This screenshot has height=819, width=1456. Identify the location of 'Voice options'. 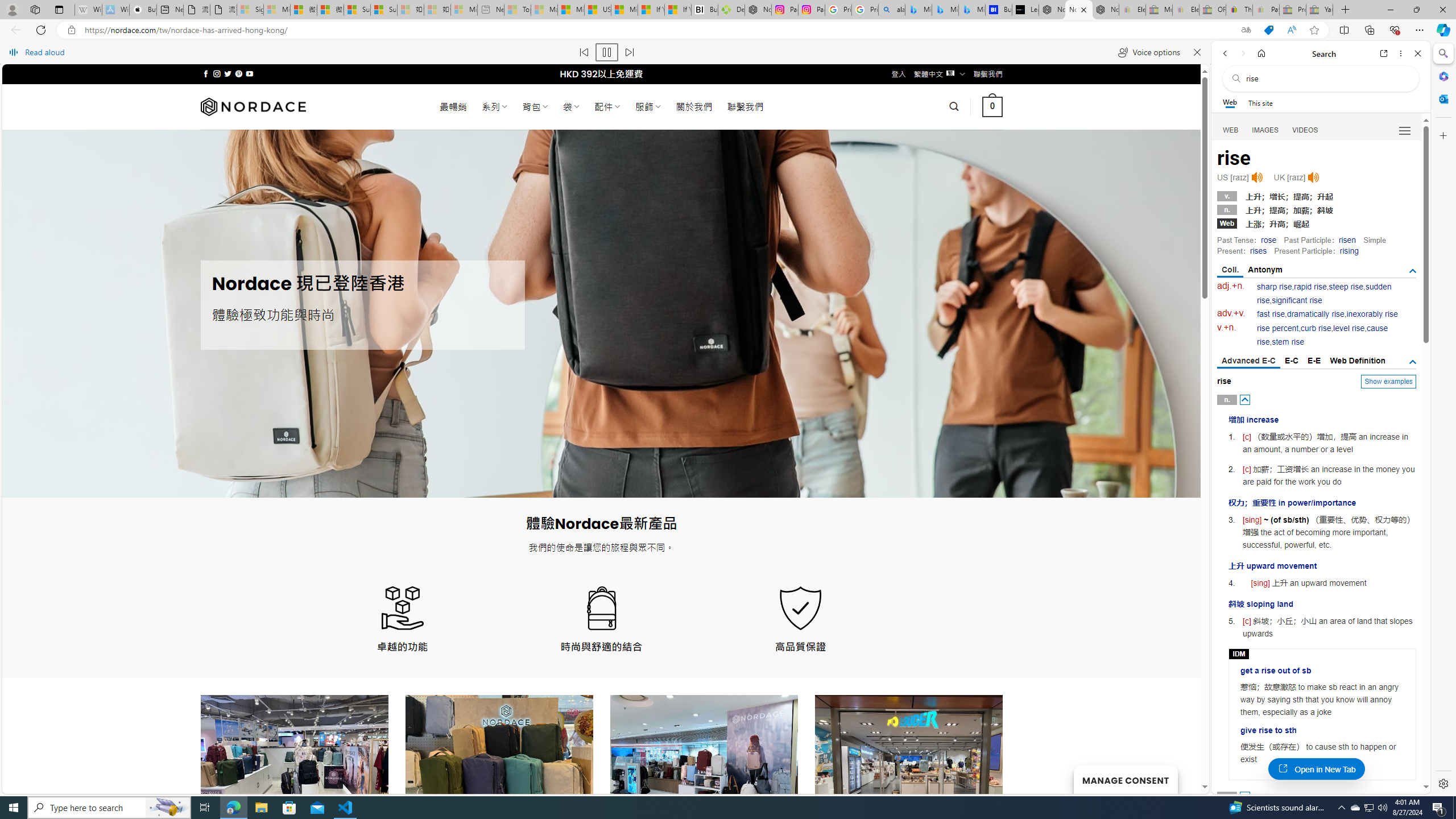
(1149, 52).